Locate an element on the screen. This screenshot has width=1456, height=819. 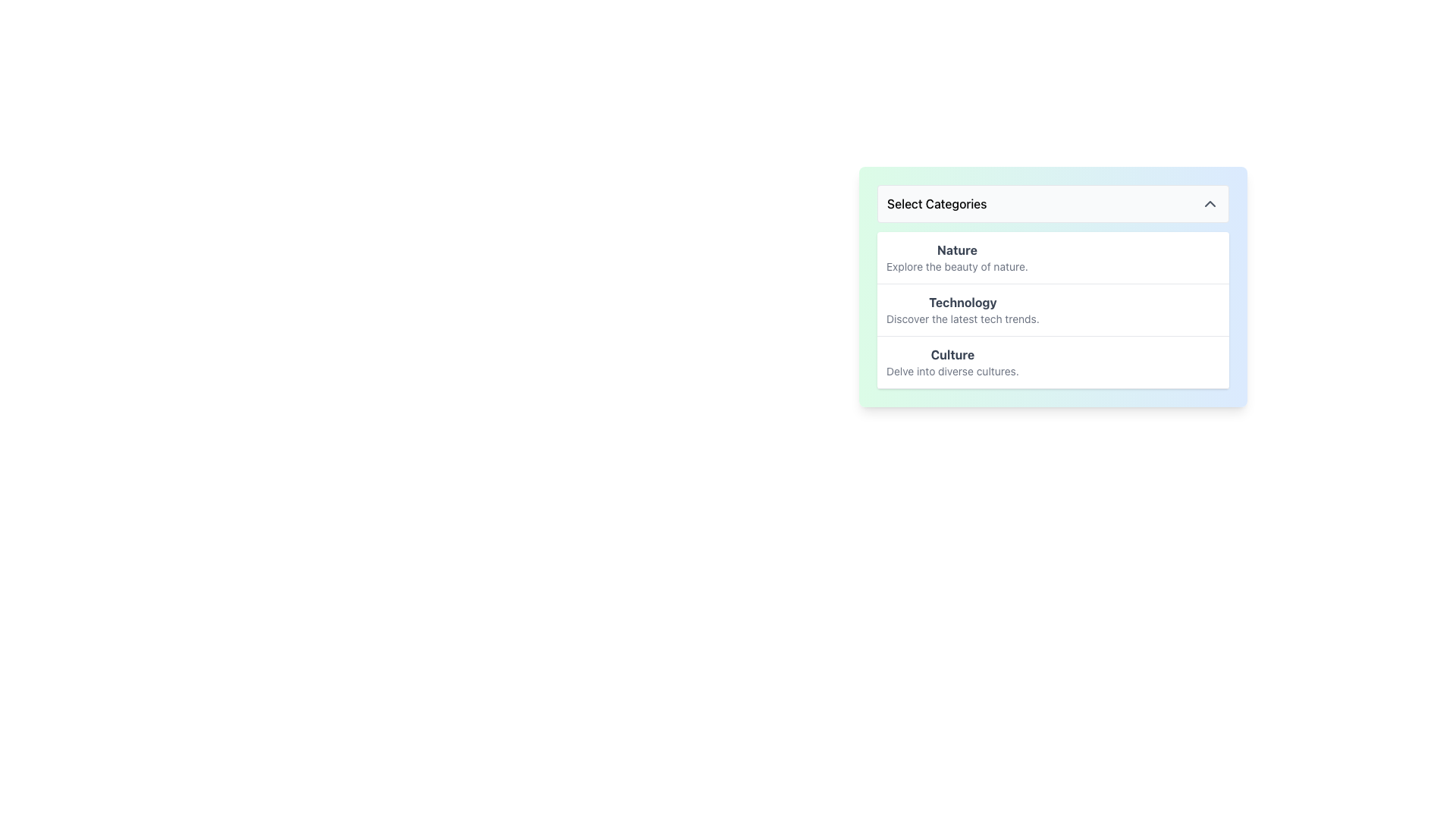
the text label displaying 'Explore the beauty of nature.' which is located beneath the 'Nature' heading in the card-like structure is located at coordinates (956, 265).